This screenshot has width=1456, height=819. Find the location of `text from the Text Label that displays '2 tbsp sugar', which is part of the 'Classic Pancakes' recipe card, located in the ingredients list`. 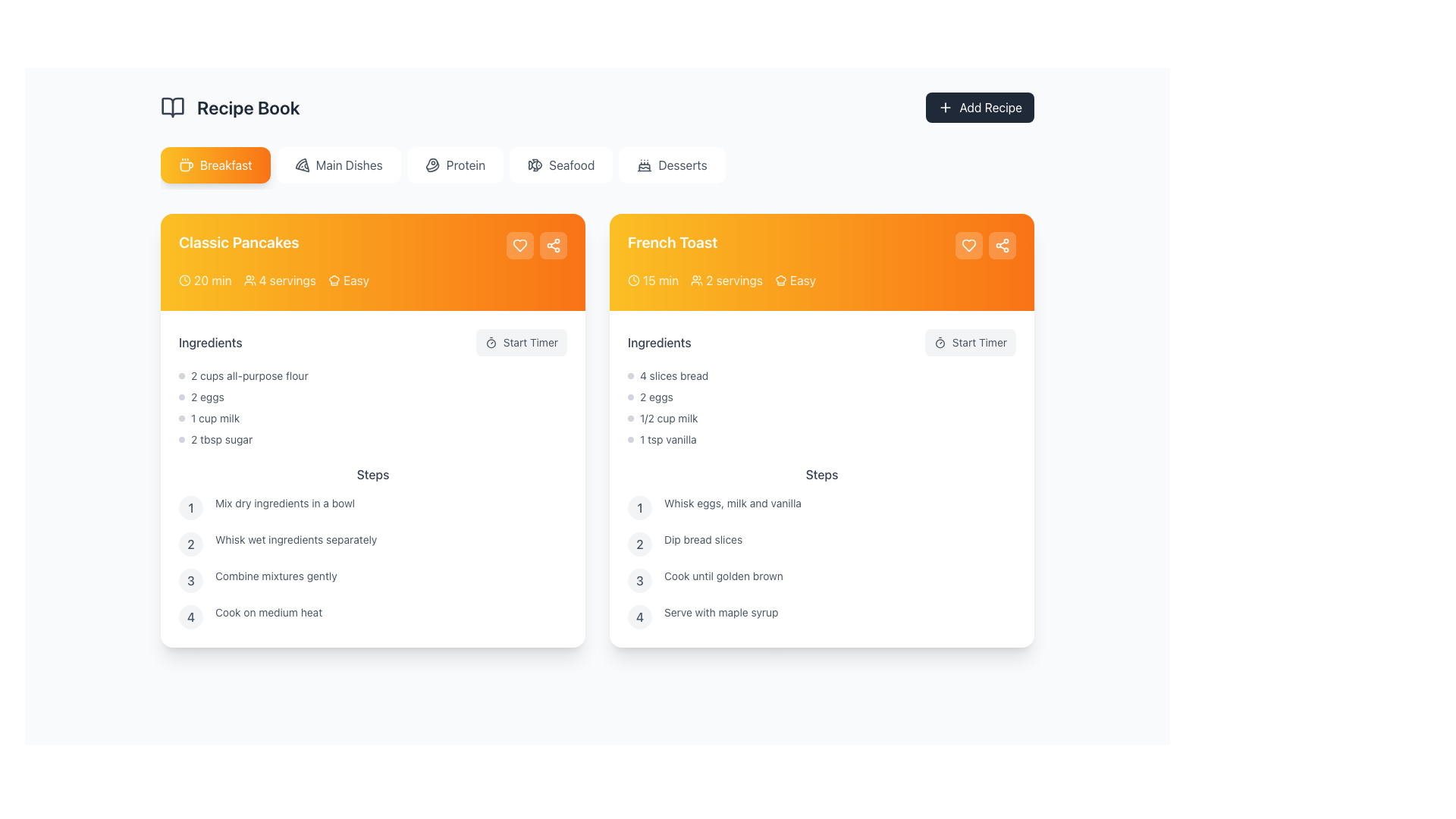

text from the Text Label that displays '2 tbsp sugar', which is part of the 'Classic Pancakes' recipe card, located in the ingredients list is located at coordinates (221, 439).